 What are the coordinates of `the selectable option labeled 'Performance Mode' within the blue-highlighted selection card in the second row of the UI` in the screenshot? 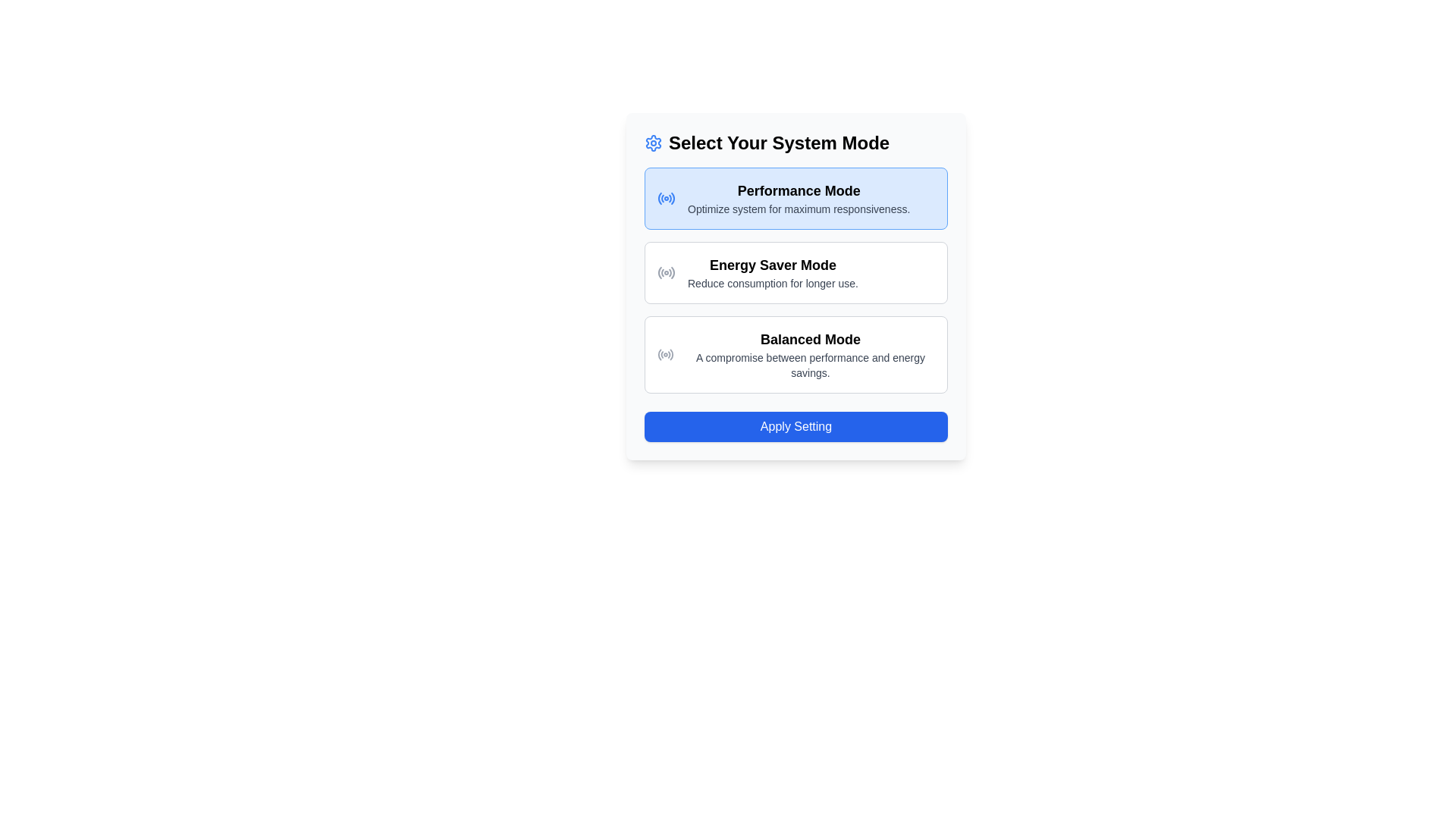 It's located at (798, 198).